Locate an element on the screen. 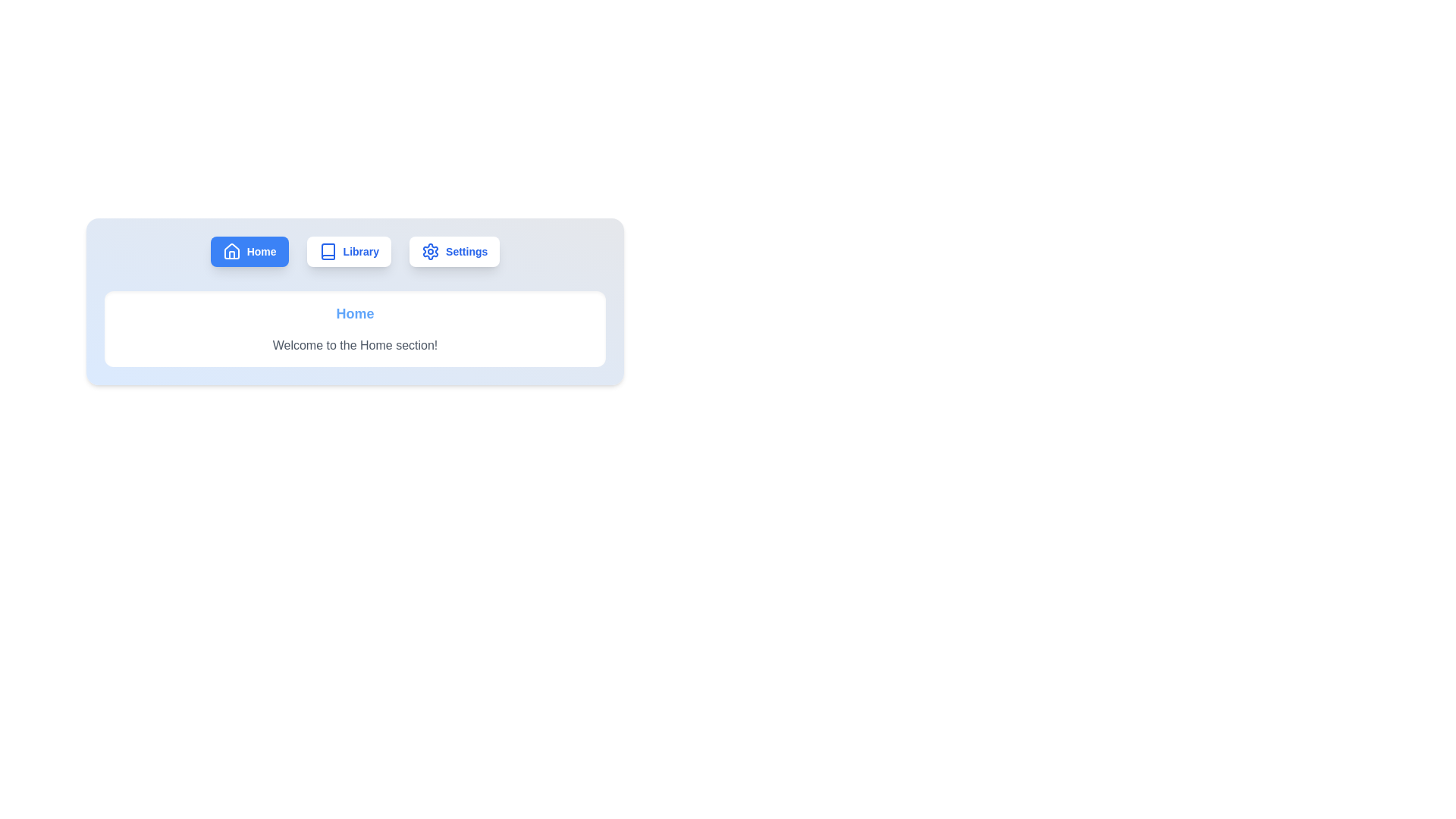 The image size is (1456, 819). the tab labeled Settings is located at coordinates (453, 250).